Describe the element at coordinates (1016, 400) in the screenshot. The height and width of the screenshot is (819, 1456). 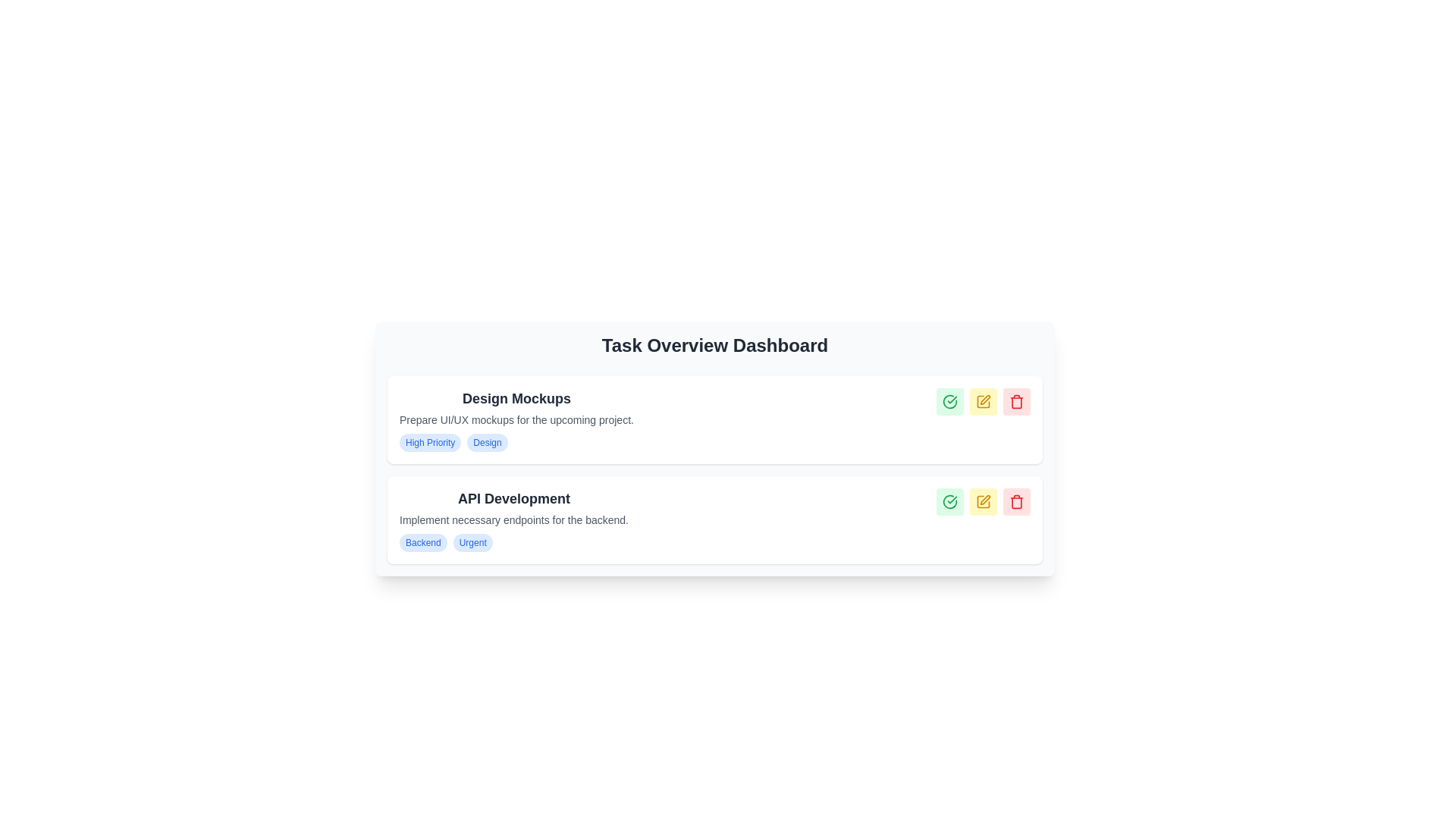
I see `the trash icon button located at the right-most position of the lower task item in the task dashboard, which is used for deleting the associated task` at that location.